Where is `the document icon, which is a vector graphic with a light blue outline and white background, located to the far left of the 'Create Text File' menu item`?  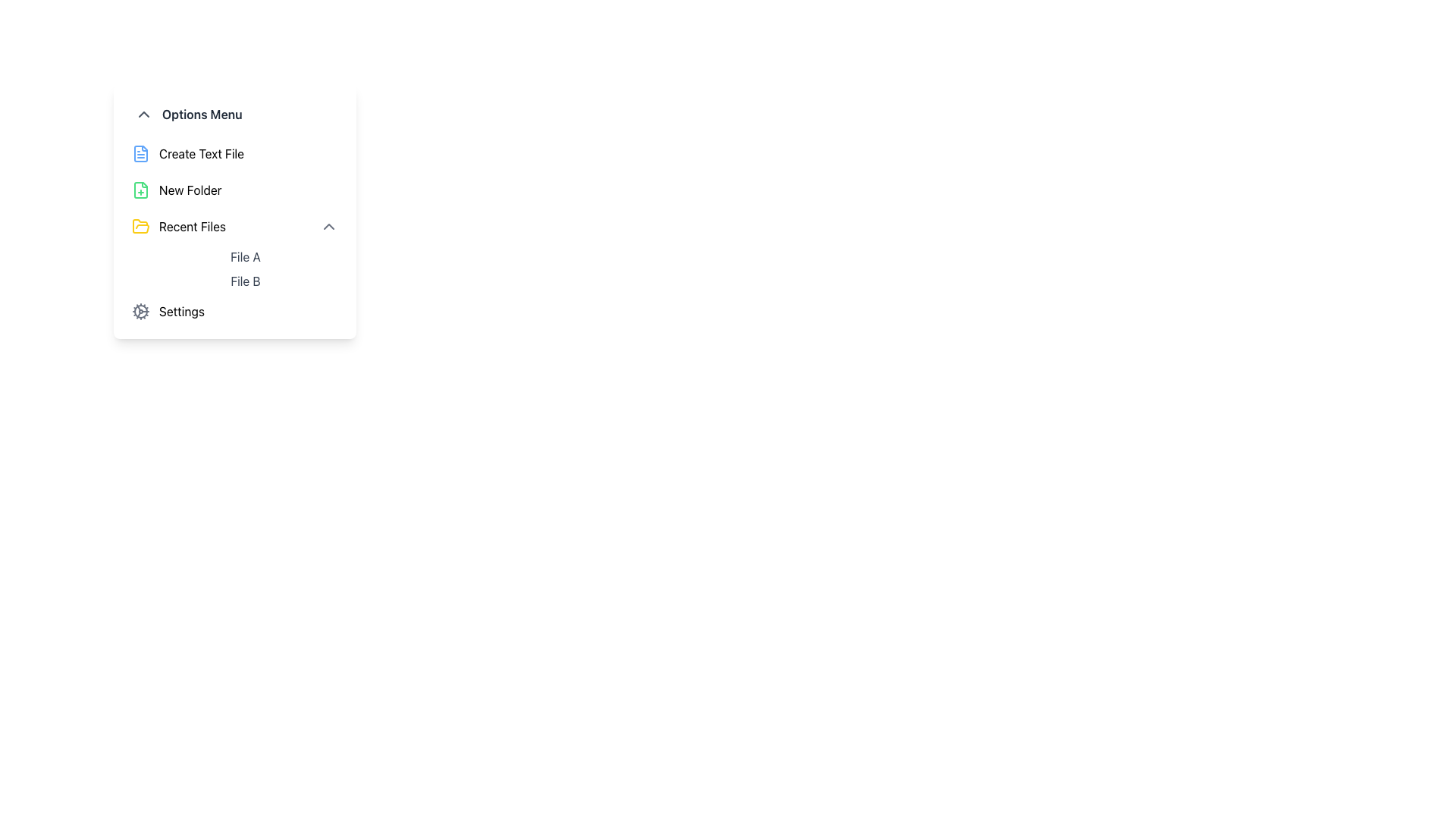
the document icon, which is a vector graphic with a light blue outline and white background, located to the far left of the 'Create Text File' menu item is located at coordinates (141, 154).